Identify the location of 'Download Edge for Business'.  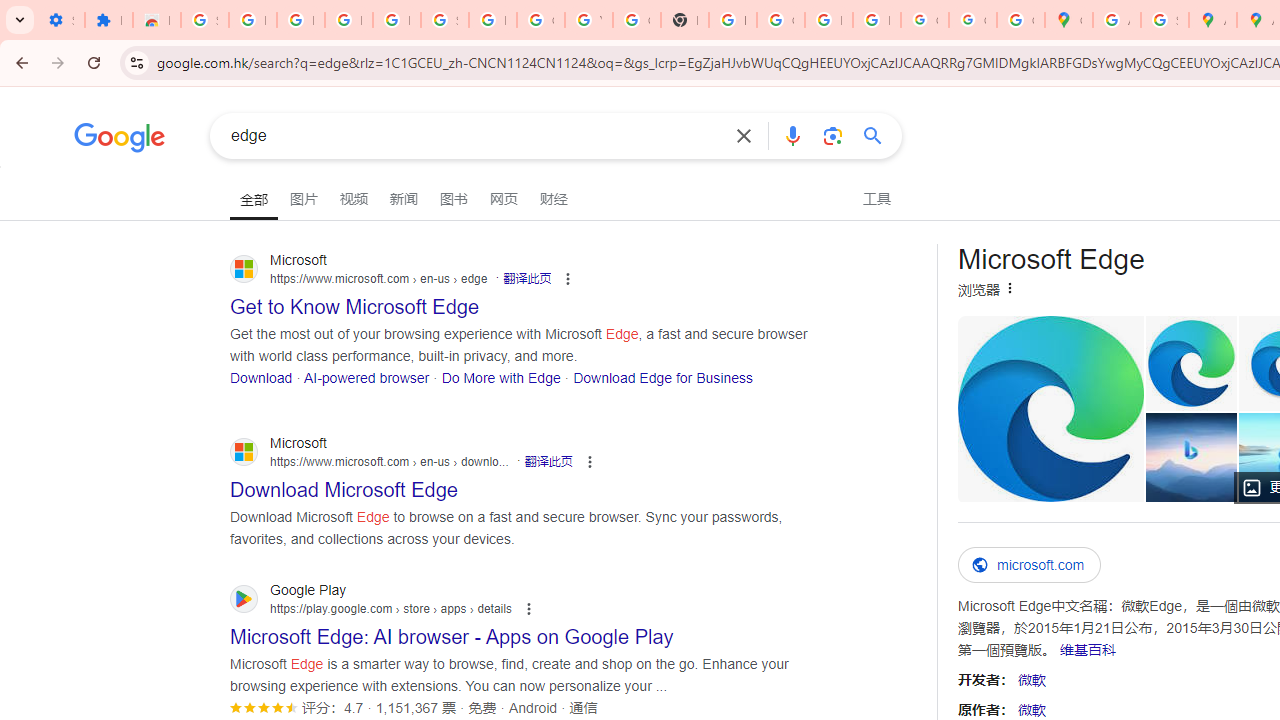
(663, 377).